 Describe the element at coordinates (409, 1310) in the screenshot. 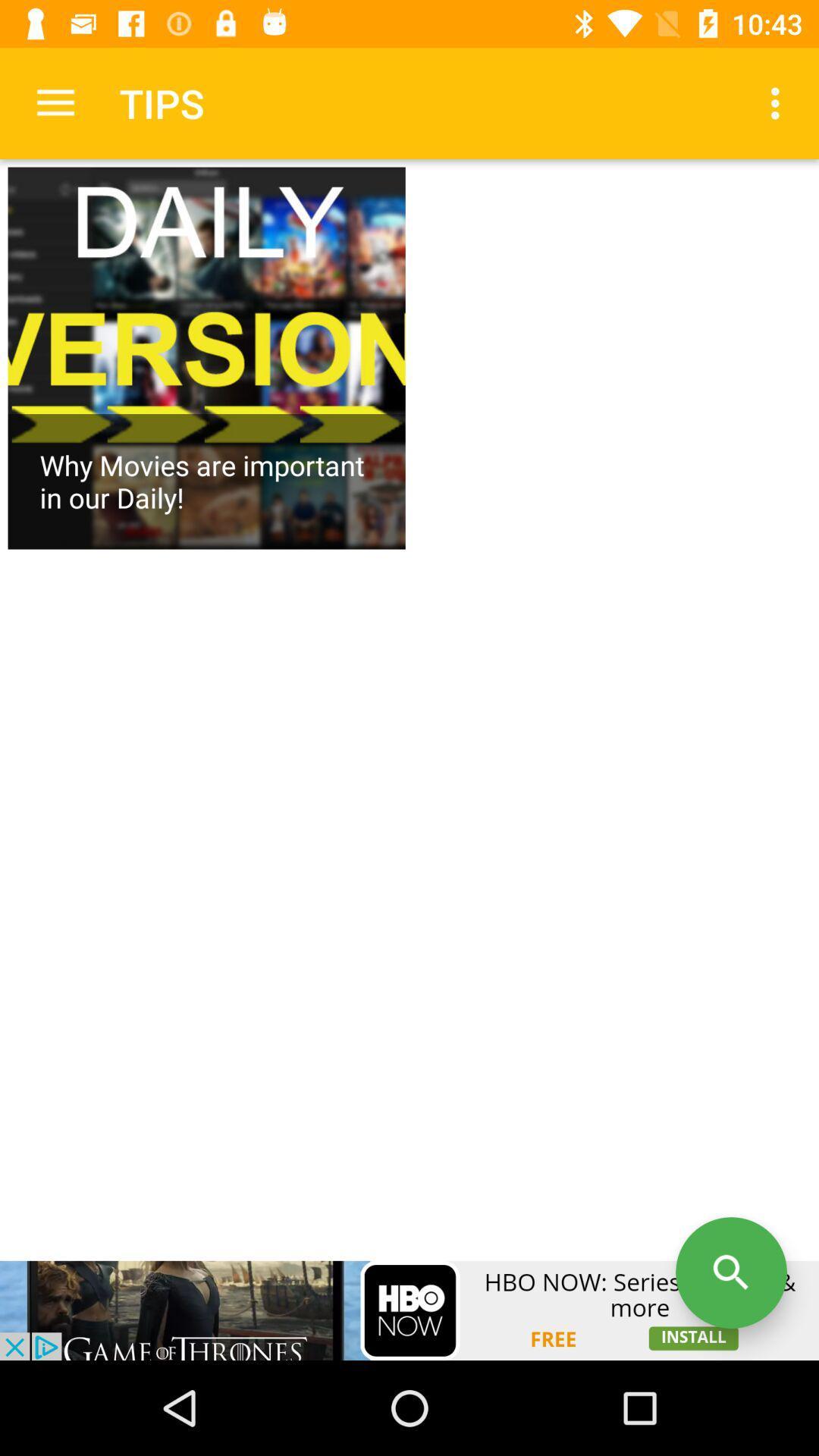

I see `advertisement website` at that location.